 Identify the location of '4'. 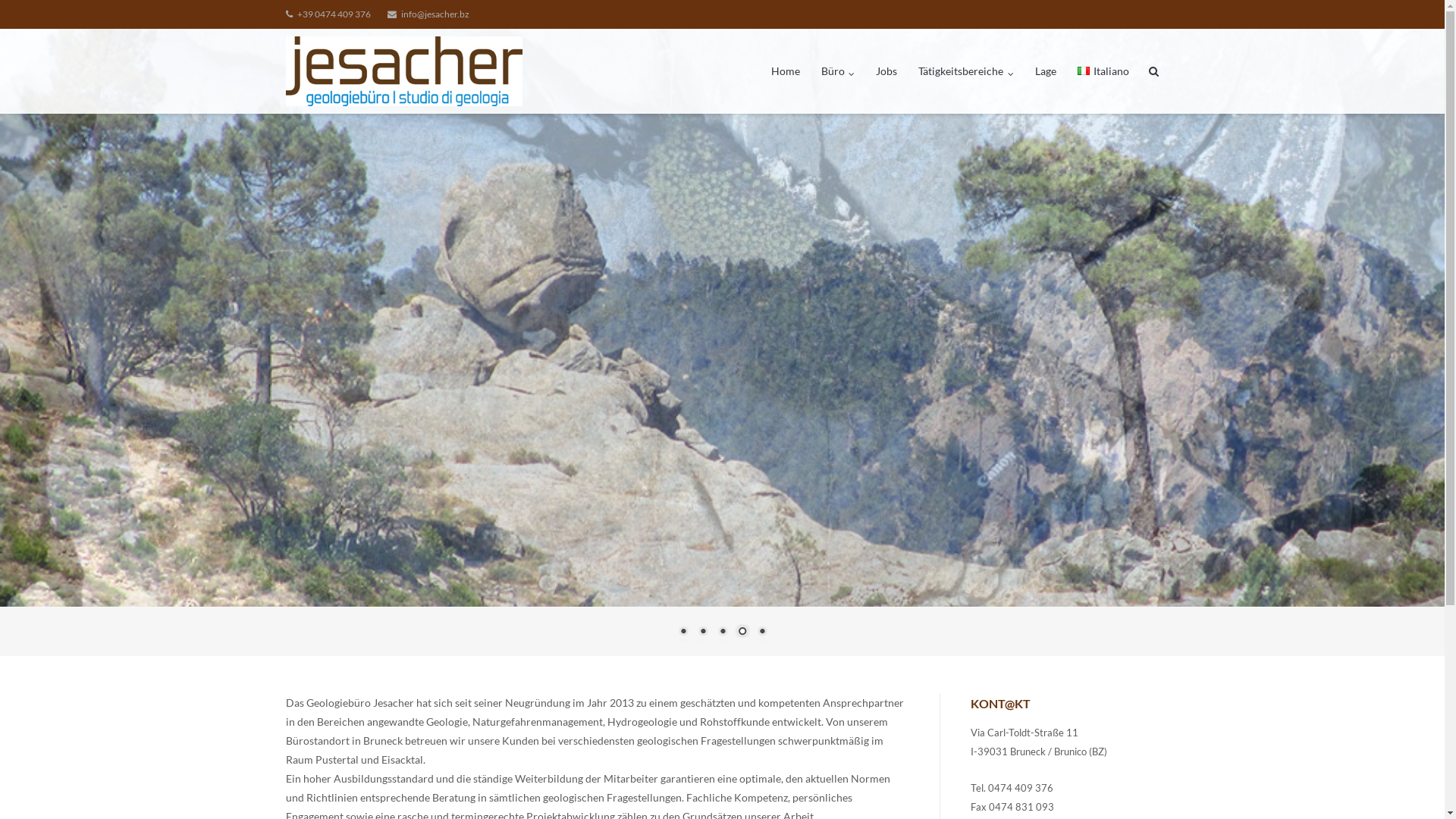
(742, 632).